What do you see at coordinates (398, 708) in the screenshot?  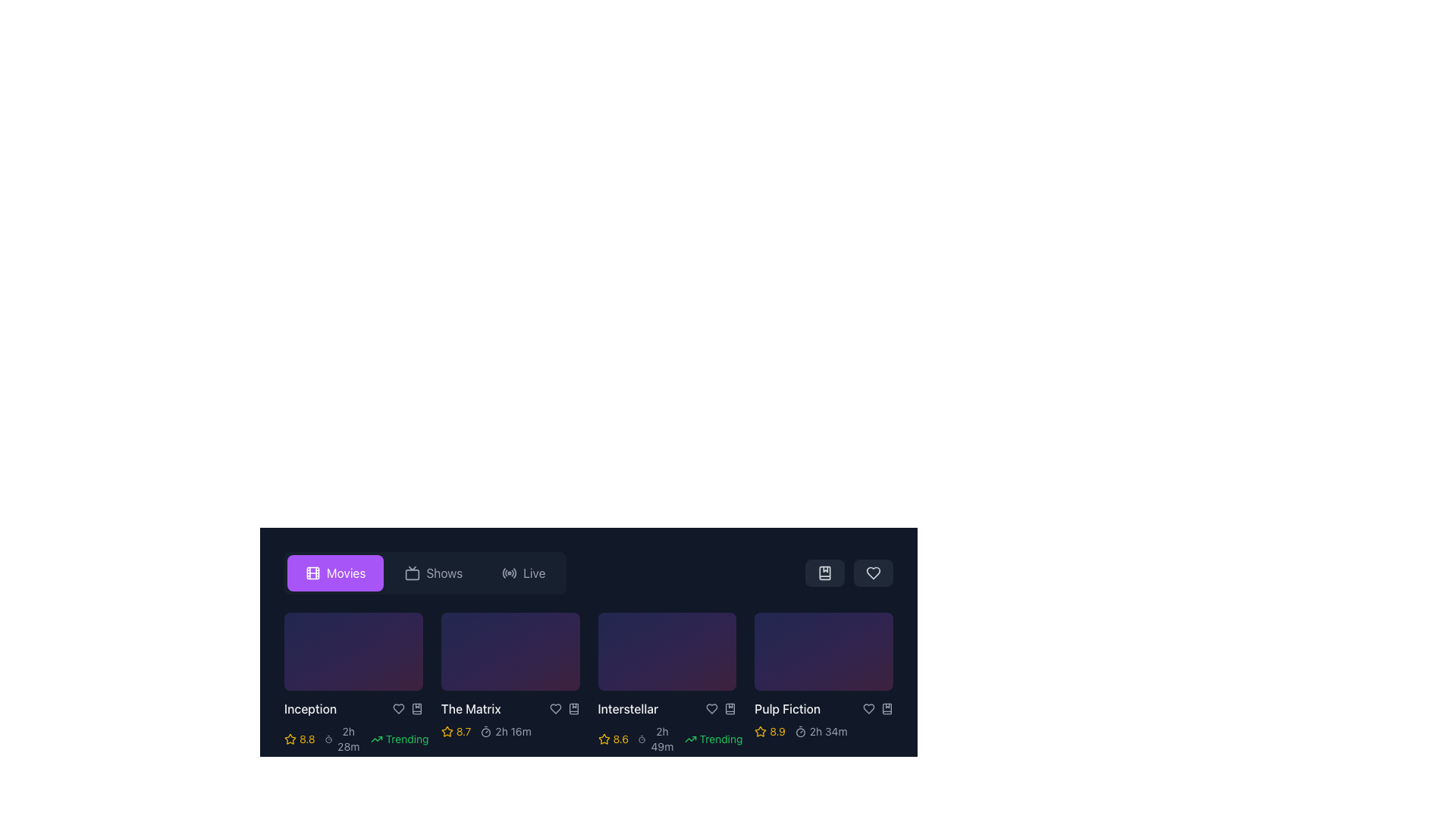 I see `the first icon button on the left under the text 'Inception' to mark the movie as a favorite` at bounding box center [398, 708].